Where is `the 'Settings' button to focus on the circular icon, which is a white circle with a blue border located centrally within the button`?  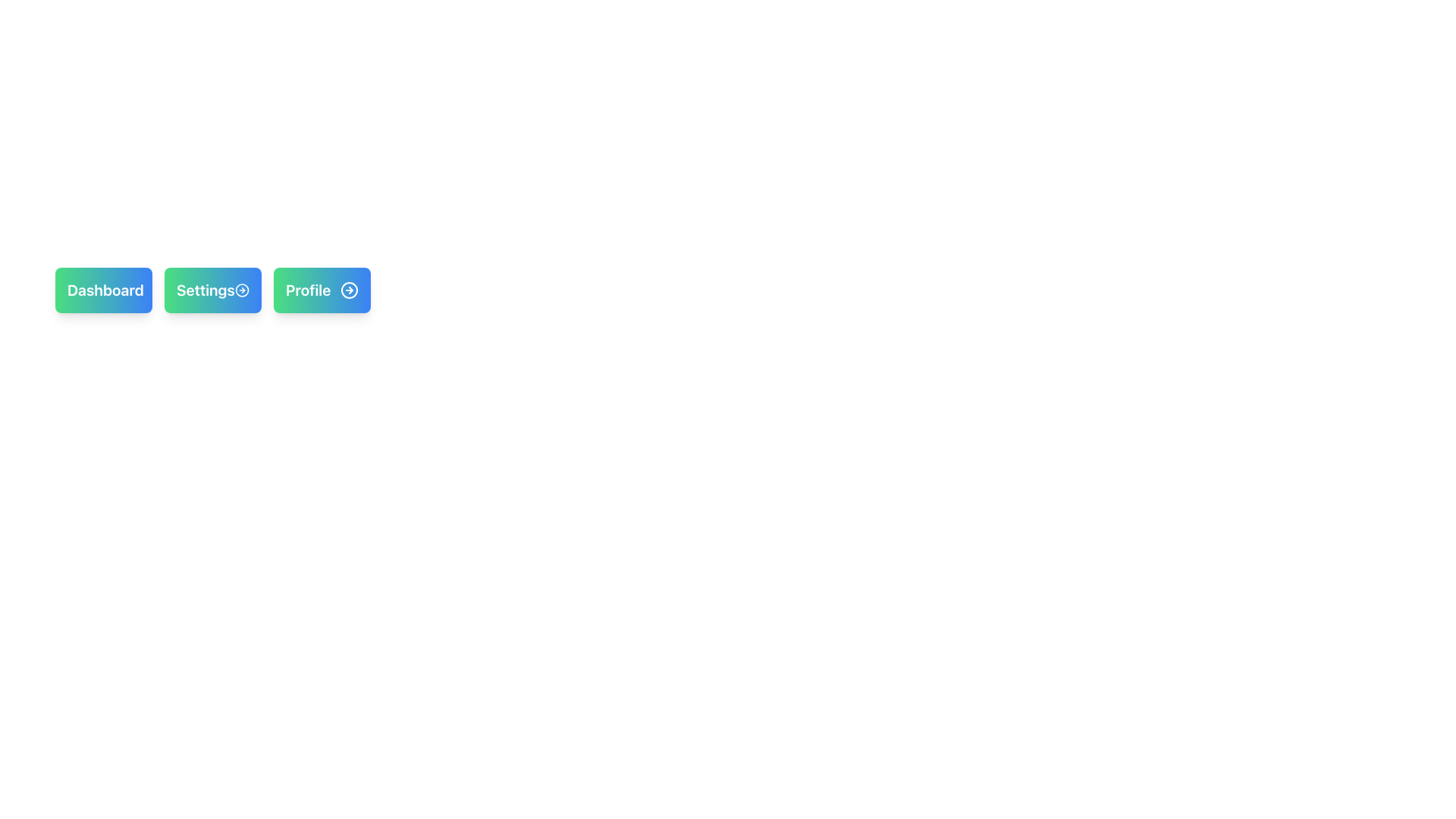
the 'Settings' button to focus on the circular icon, which is a white circle with a blue border located centrally within the button is located at coordinates (241, 290).